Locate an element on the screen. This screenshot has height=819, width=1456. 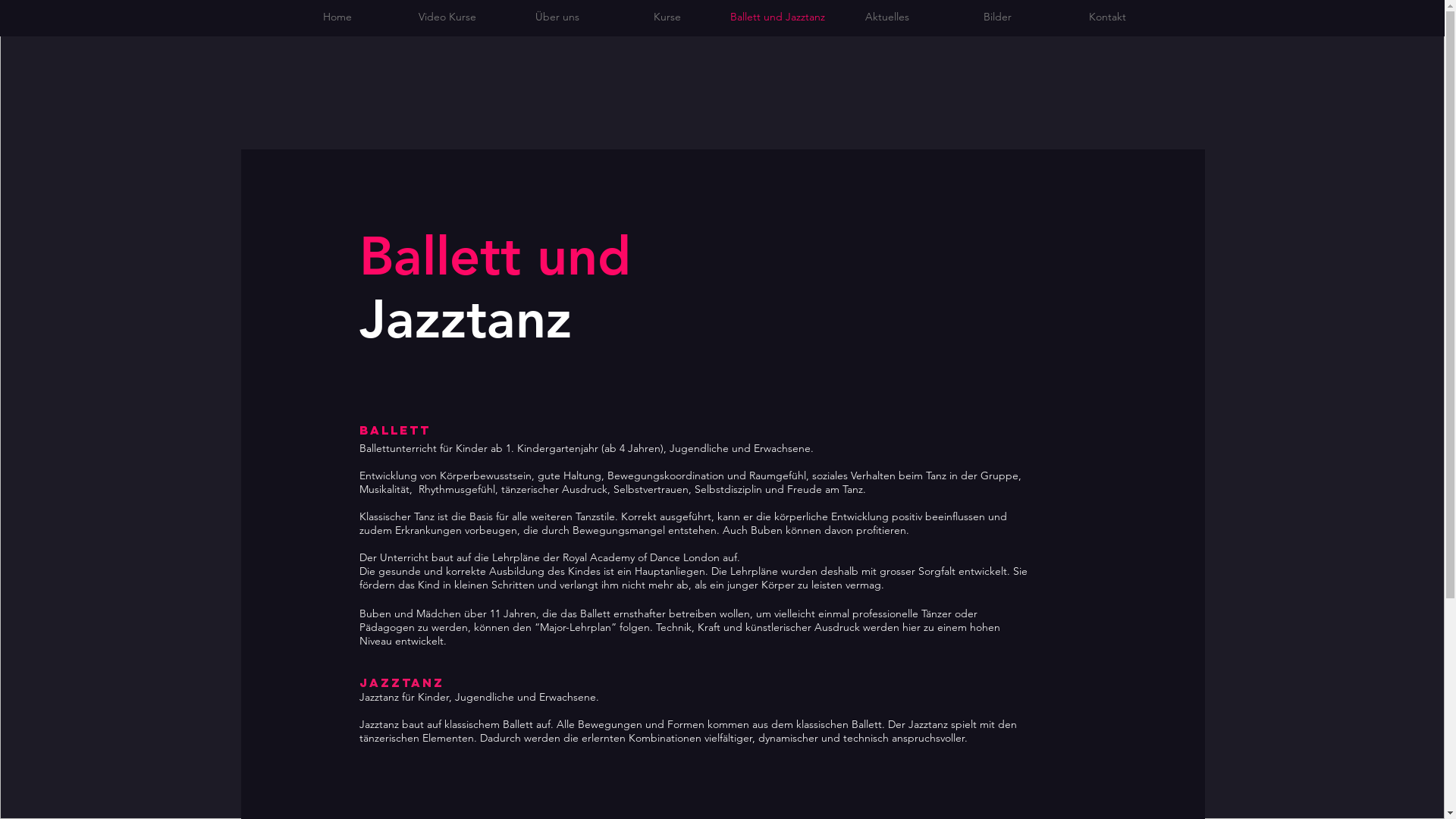
'Ballett und Jazztanz' is located at coordinates (777, 17).